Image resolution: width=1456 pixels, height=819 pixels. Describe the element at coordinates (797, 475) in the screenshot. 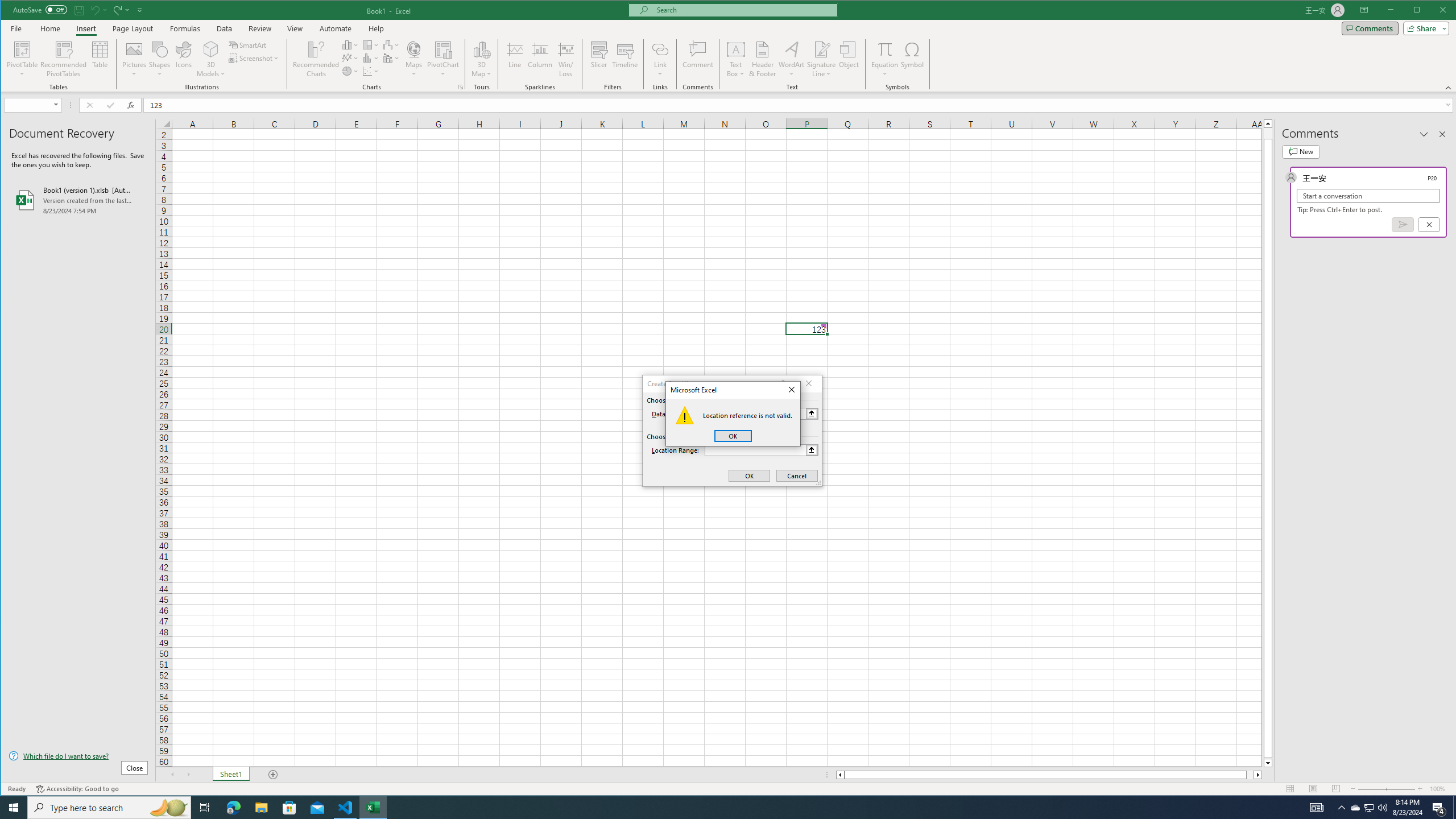

I see `'Cancel'` at that location.